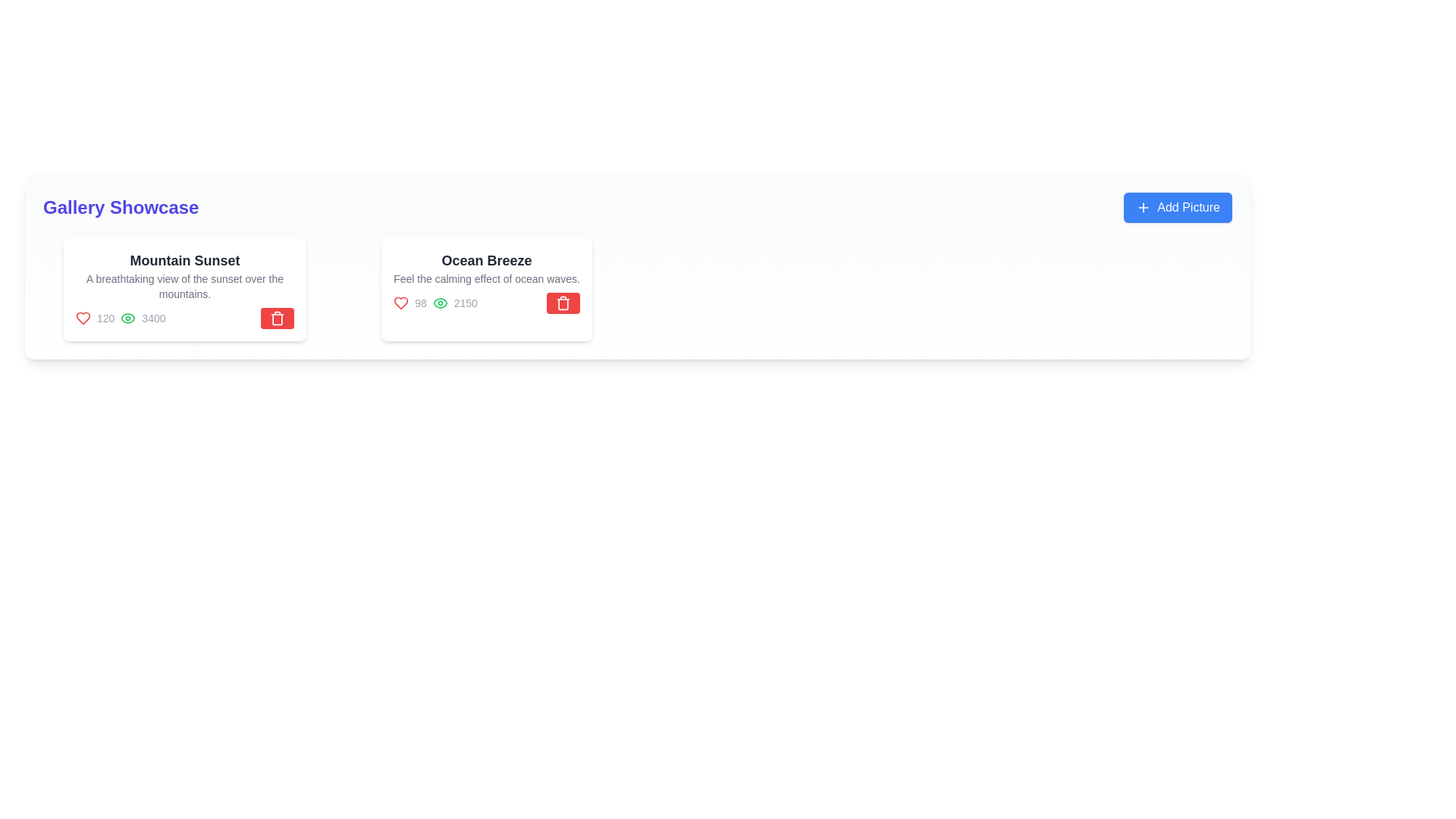 Image resolution: width=1456 pixels, height=819 pixels. What do you see at coordinates (562, 303) in the screenshot?
I see `the compact trash icon within the red button located at the bottom right corner of the 'Ocean Breeze' card` at bounding box center [562, 303].